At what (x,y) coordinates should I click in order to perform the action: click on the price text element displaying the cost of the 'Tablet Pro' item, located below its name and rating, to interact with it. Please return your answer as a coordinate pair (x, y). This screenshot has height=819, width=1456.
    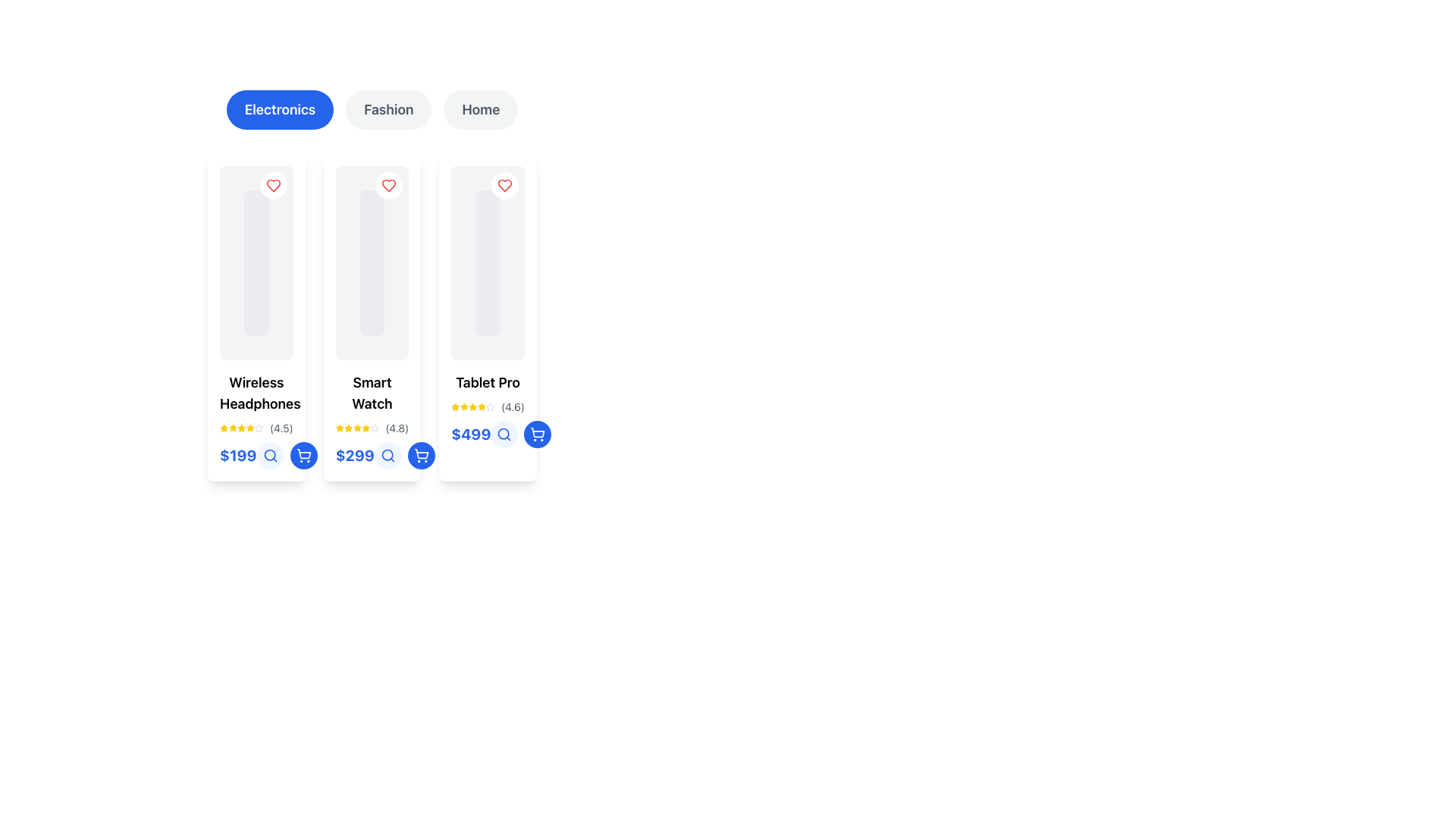
    Looking at the image, I should click on (488, 435).